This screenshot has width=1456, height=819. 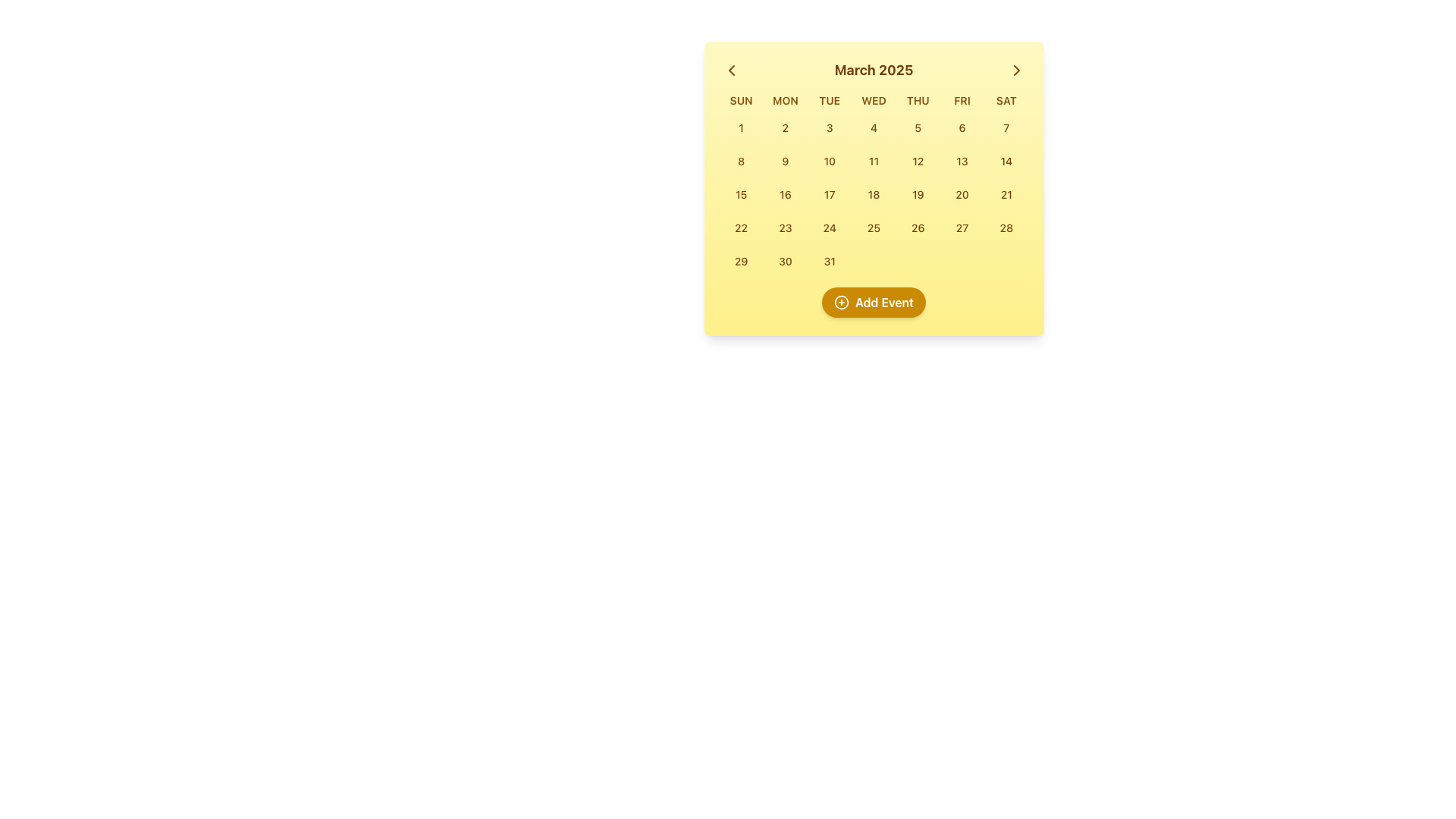 I want to click on the text label representing the date 25th in the March 2025 calendar, positioned under 'TUE' and between the dates 24 and 26, so click(x=874, y=227).